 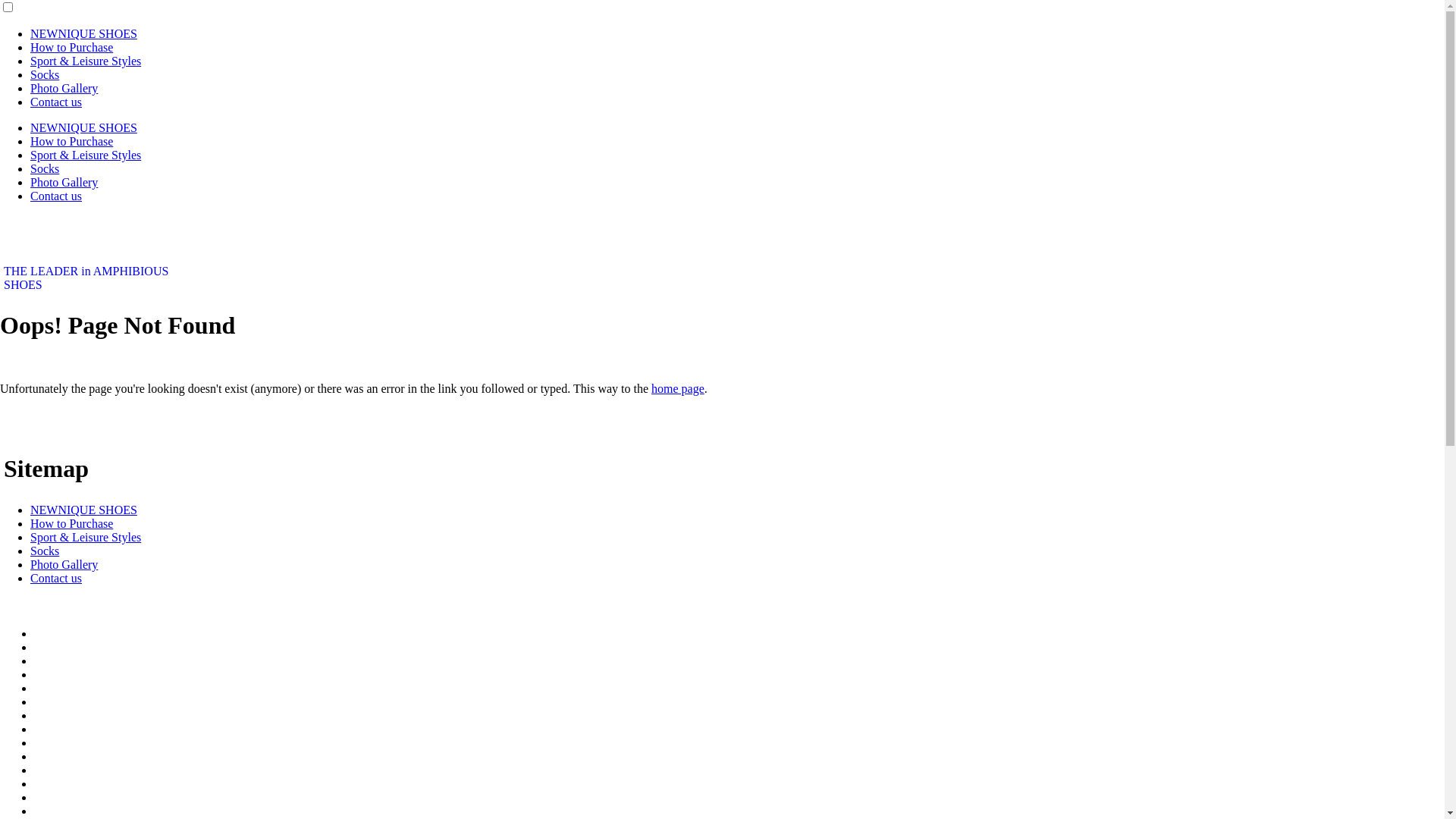 What do you see at coordinates (651, 388) in the screenshot?
I see `'home page'` at bounding box center [651, 388].